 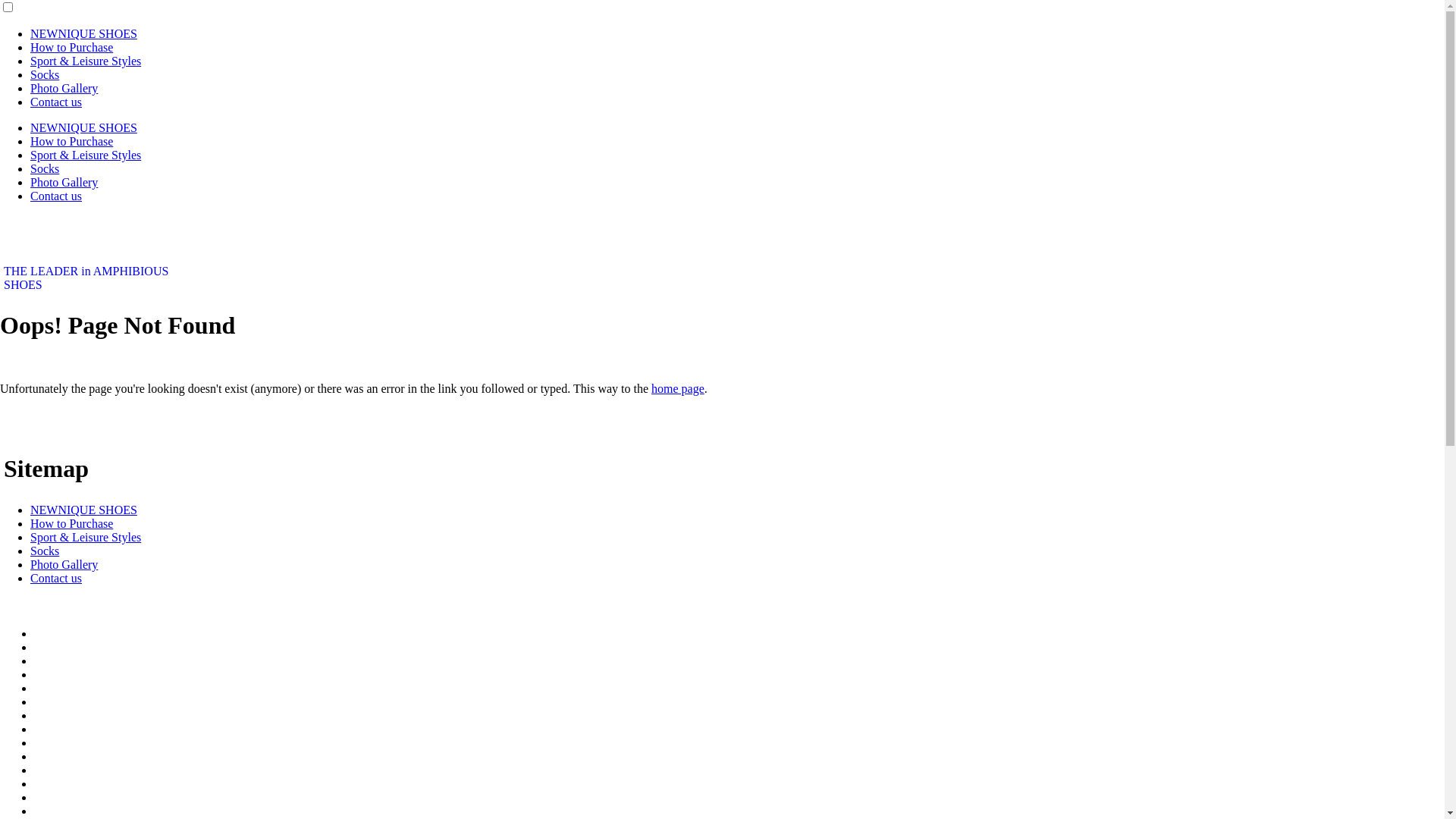 What do you see at coordinates (651, 388) in the screenshot?
I see `'home page'` at bounding box center [651, 388].